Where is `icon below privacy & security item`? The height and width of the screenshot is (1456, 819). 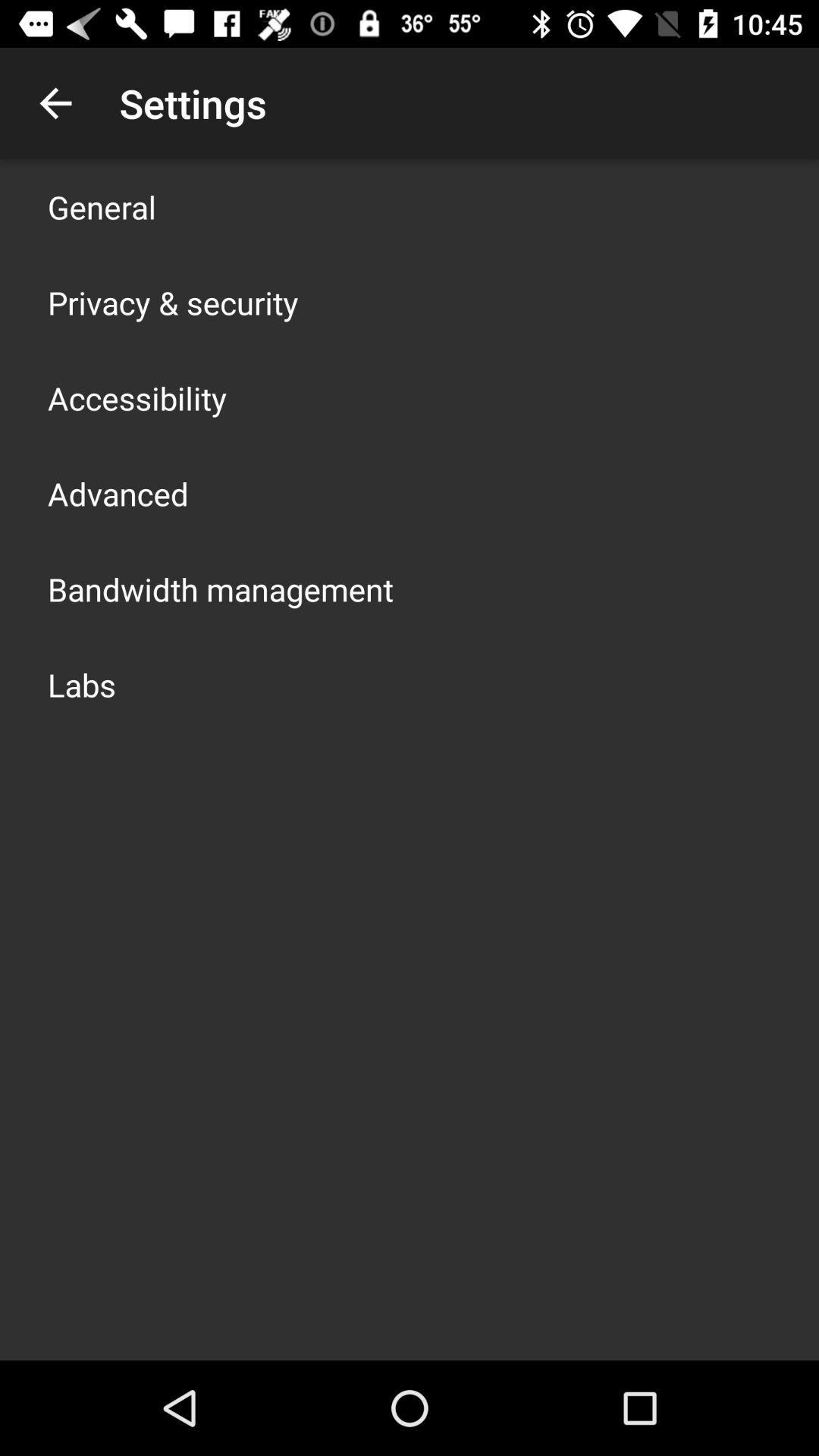 icon below privacy & security item is located at coordinates (137, 397).